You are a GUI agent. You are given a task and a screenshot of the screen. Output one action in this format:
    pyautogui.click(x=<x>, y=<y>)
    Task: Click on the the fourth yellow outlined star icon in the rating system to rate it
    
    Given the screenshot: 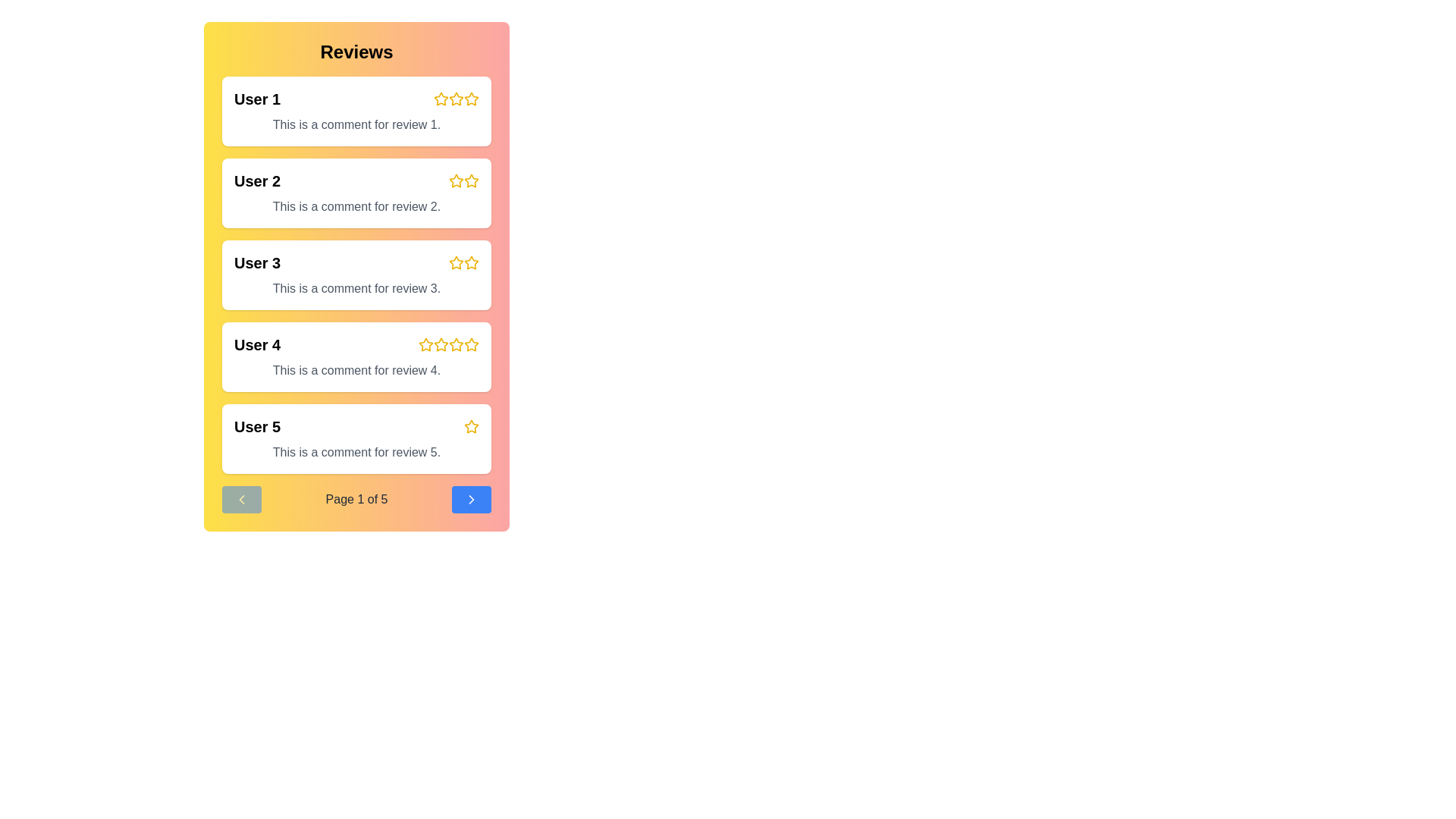 What is the action you would take?
    pyautogui.click(x=455, y=344)
    